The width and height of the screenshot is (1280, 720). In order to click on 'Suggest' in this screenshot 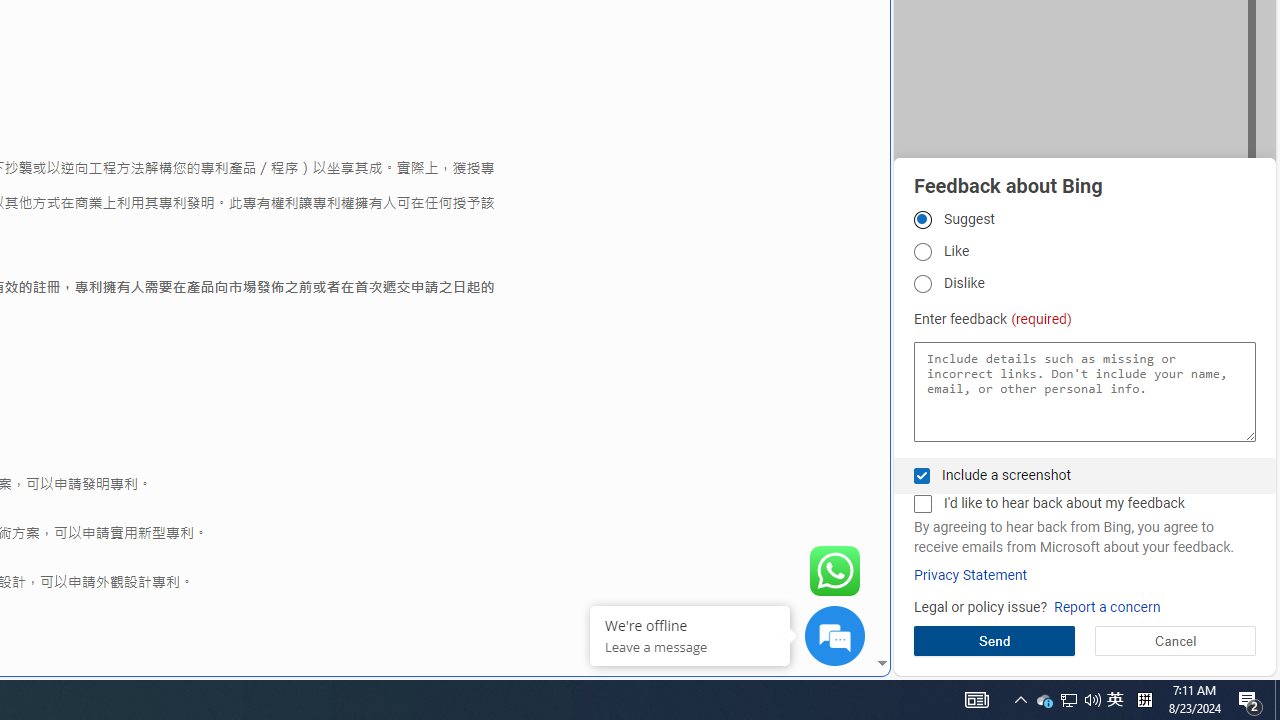, I will do `click(921, 219)`.